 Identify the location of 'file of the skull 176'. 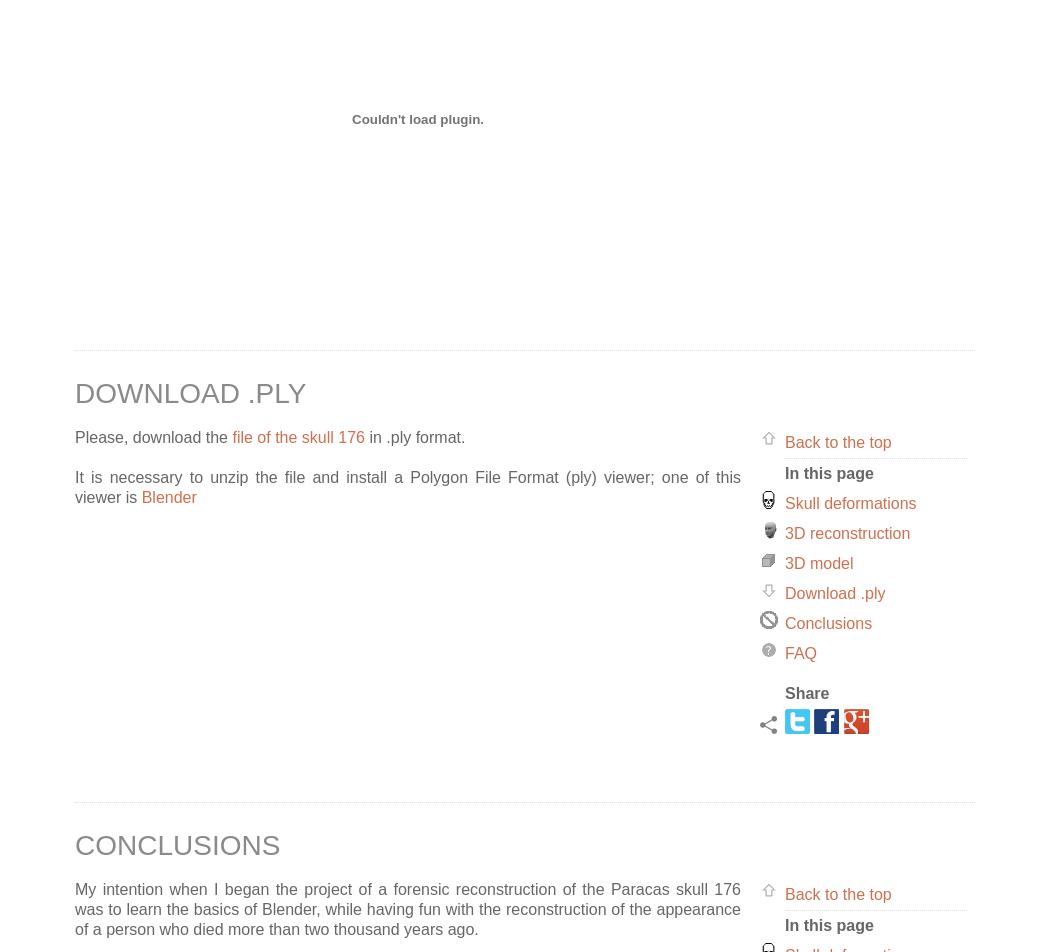
(296, 436).